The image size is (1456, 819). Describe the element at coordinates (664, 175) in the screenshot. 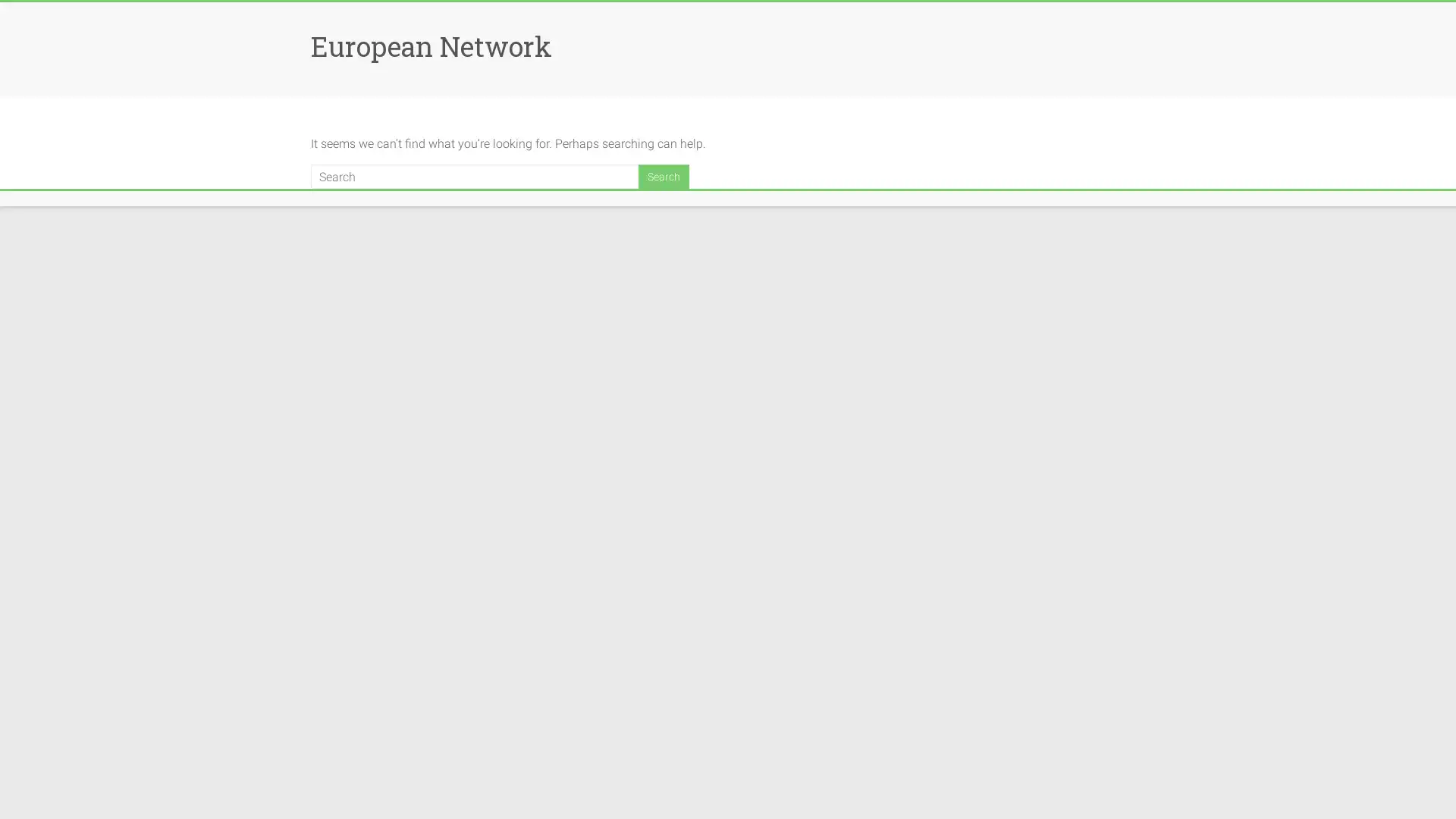

I see `Search` at that location.